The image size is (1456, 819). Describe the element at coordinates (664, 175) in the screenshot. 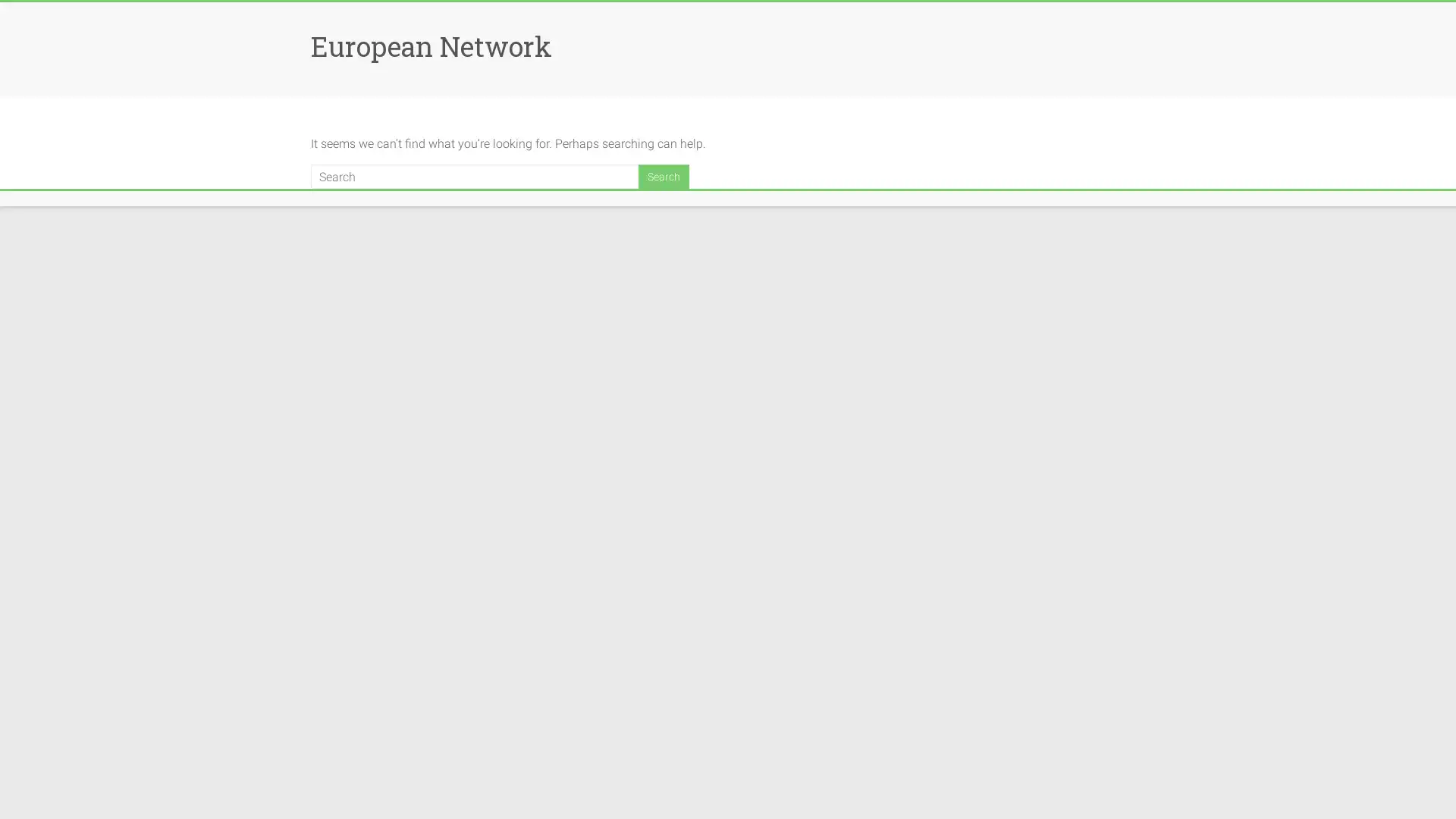

I see `Search` at that location.